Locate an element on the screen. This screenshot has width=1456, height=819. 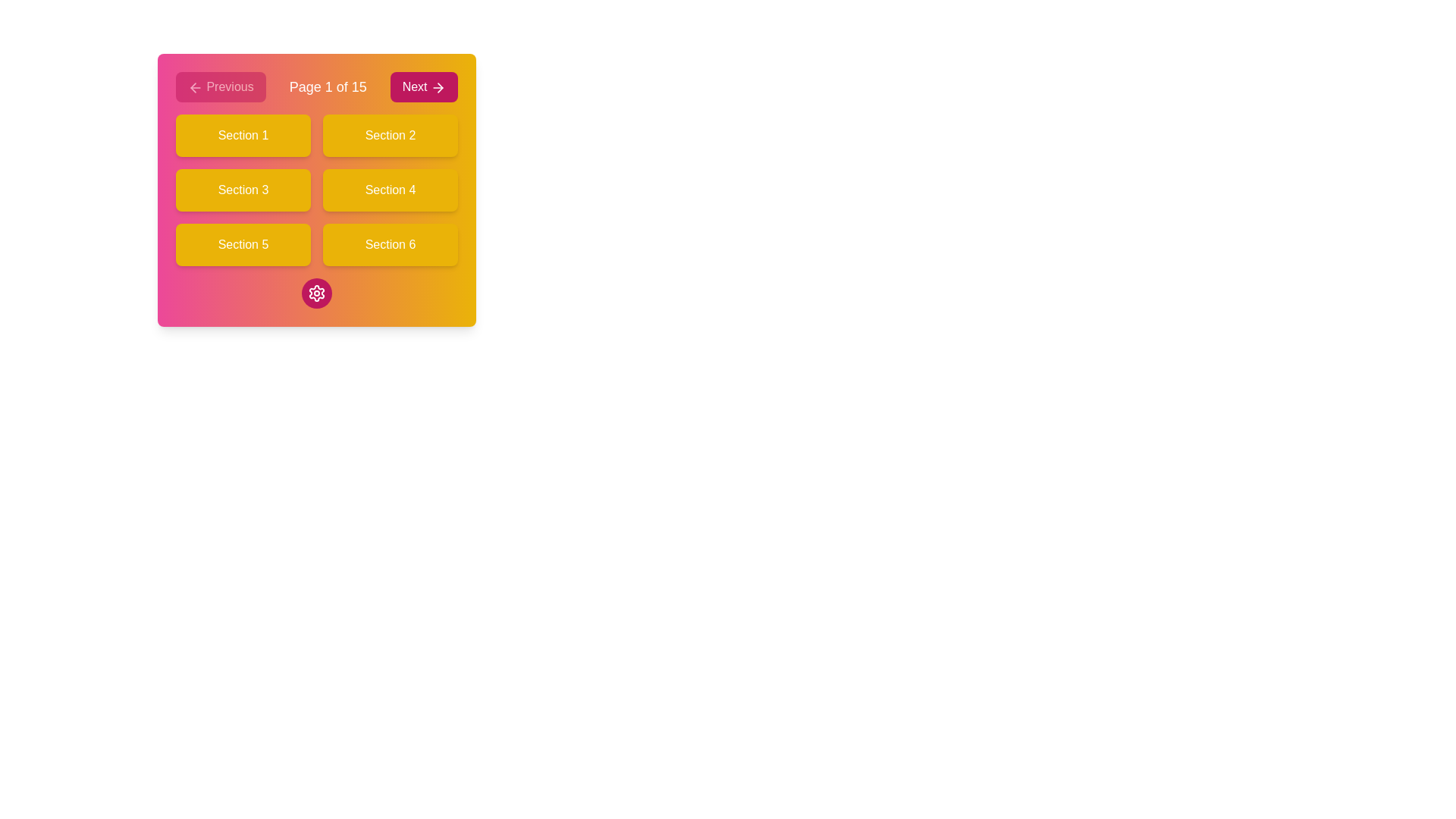
the rectangular button with a yellow background and the text 'Section 6' centered in white is located at coordinates (390, 244).